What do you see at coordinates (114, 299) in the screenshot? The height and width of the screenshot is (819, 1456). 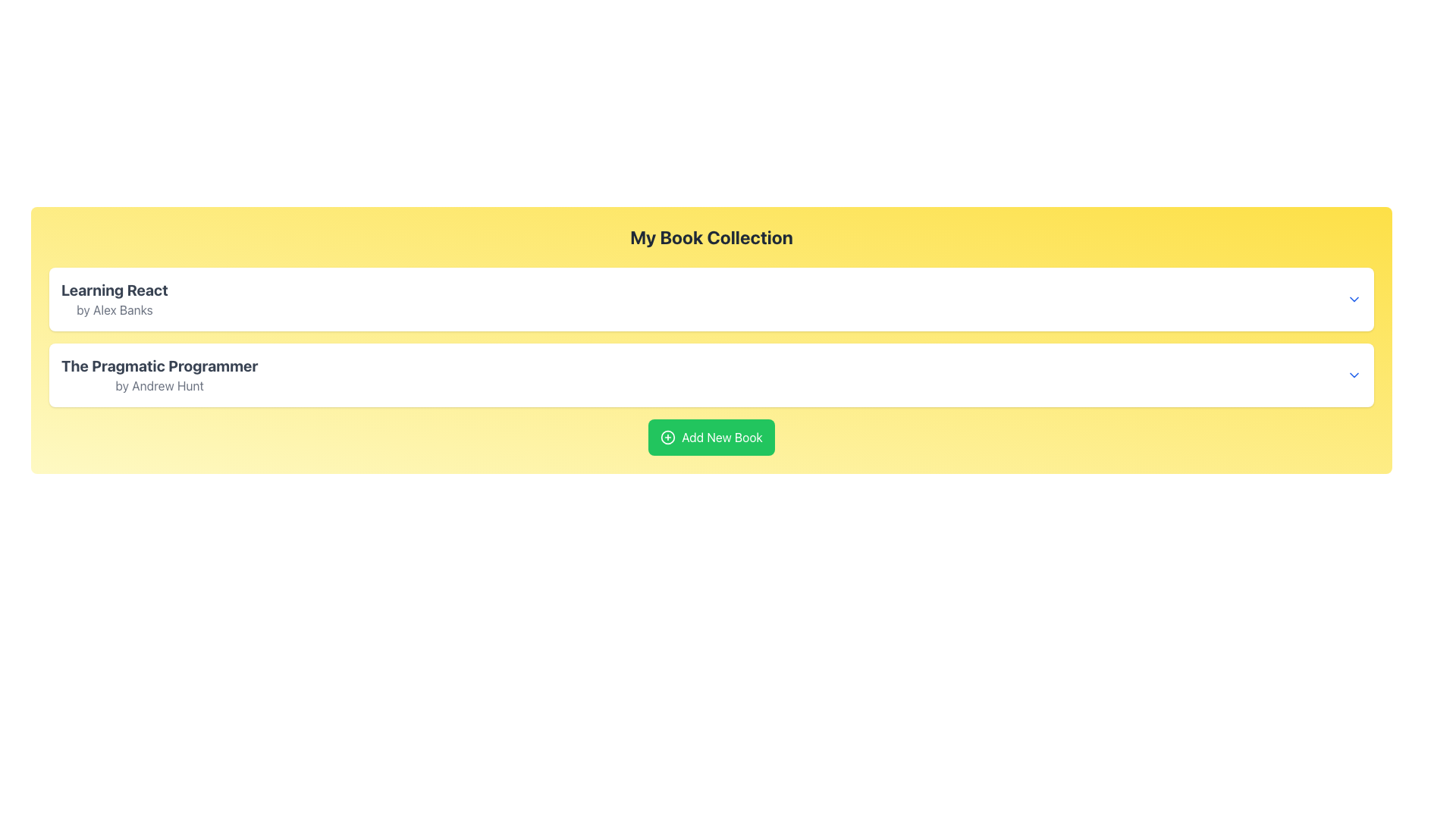 I see `the Text Block displaying 'Learning React' and 'by Alex Banks', which is located in the upper left part of its containing box on a yellow background` at bounding box center [114, 299].